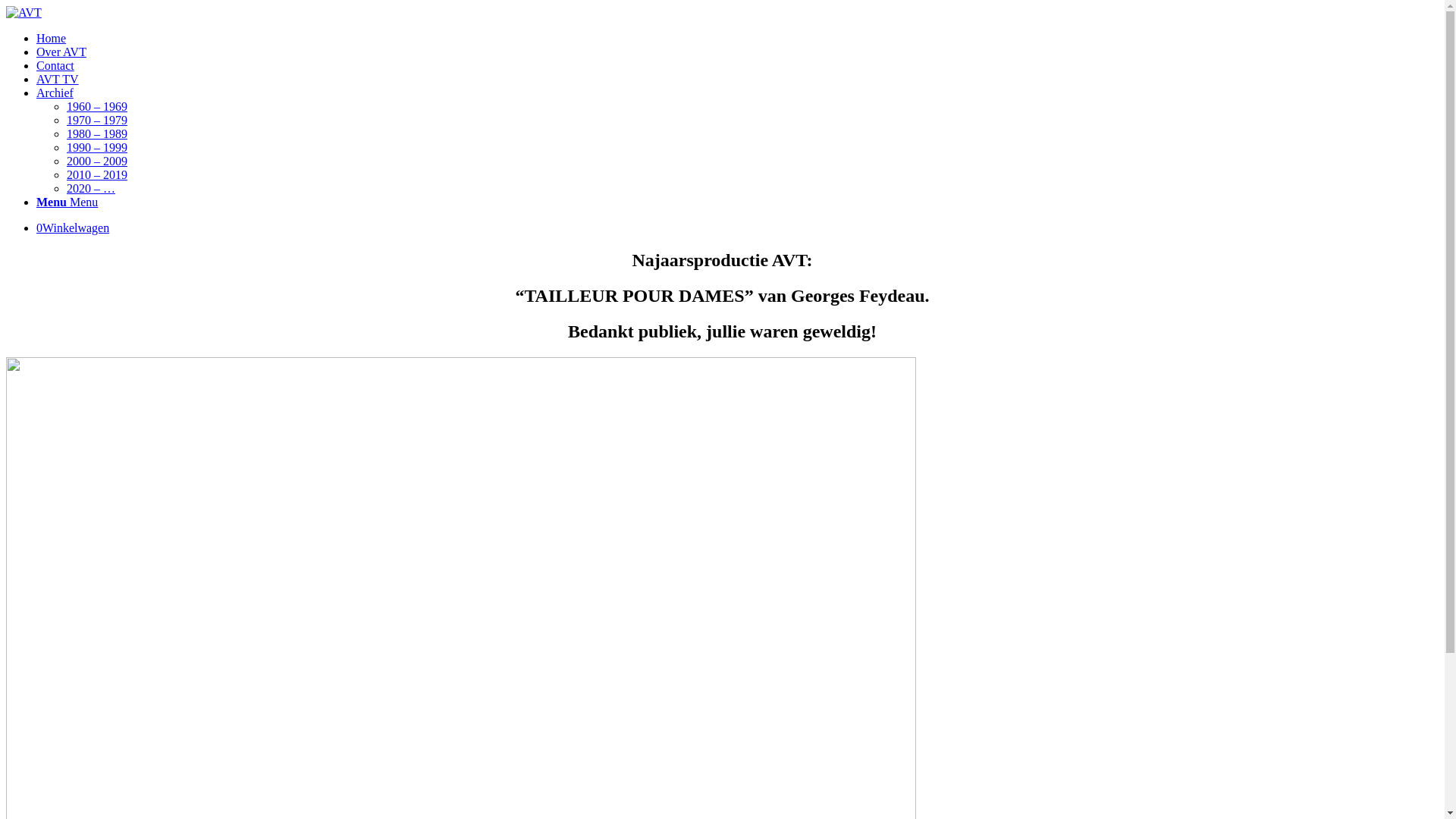  What do you see at coordinates (66, 201) in the screenshot?
I see `'Menu Menu'` at bounding box center [66, 201].